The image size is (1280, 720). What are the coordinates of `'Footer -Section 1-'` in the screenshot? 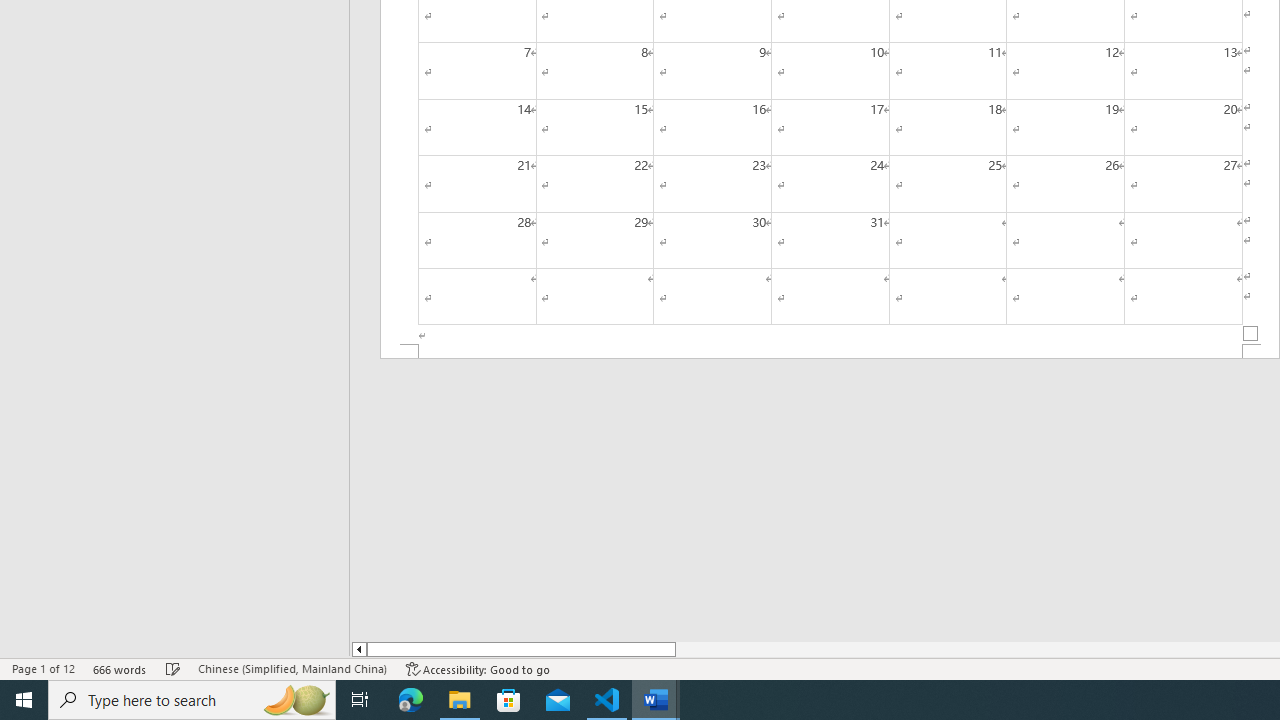 It's located at (830, 350).